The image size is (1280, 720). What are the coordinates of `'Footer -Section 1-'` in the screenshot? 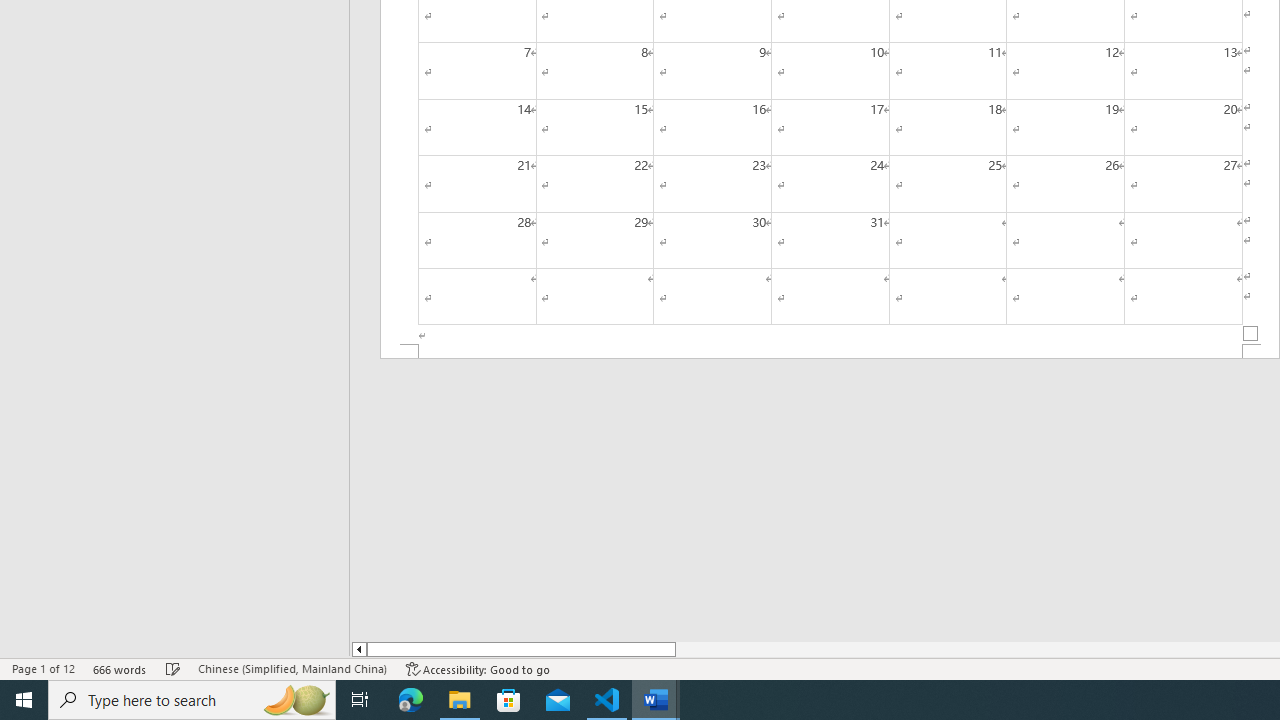 It's located at (830, 350).